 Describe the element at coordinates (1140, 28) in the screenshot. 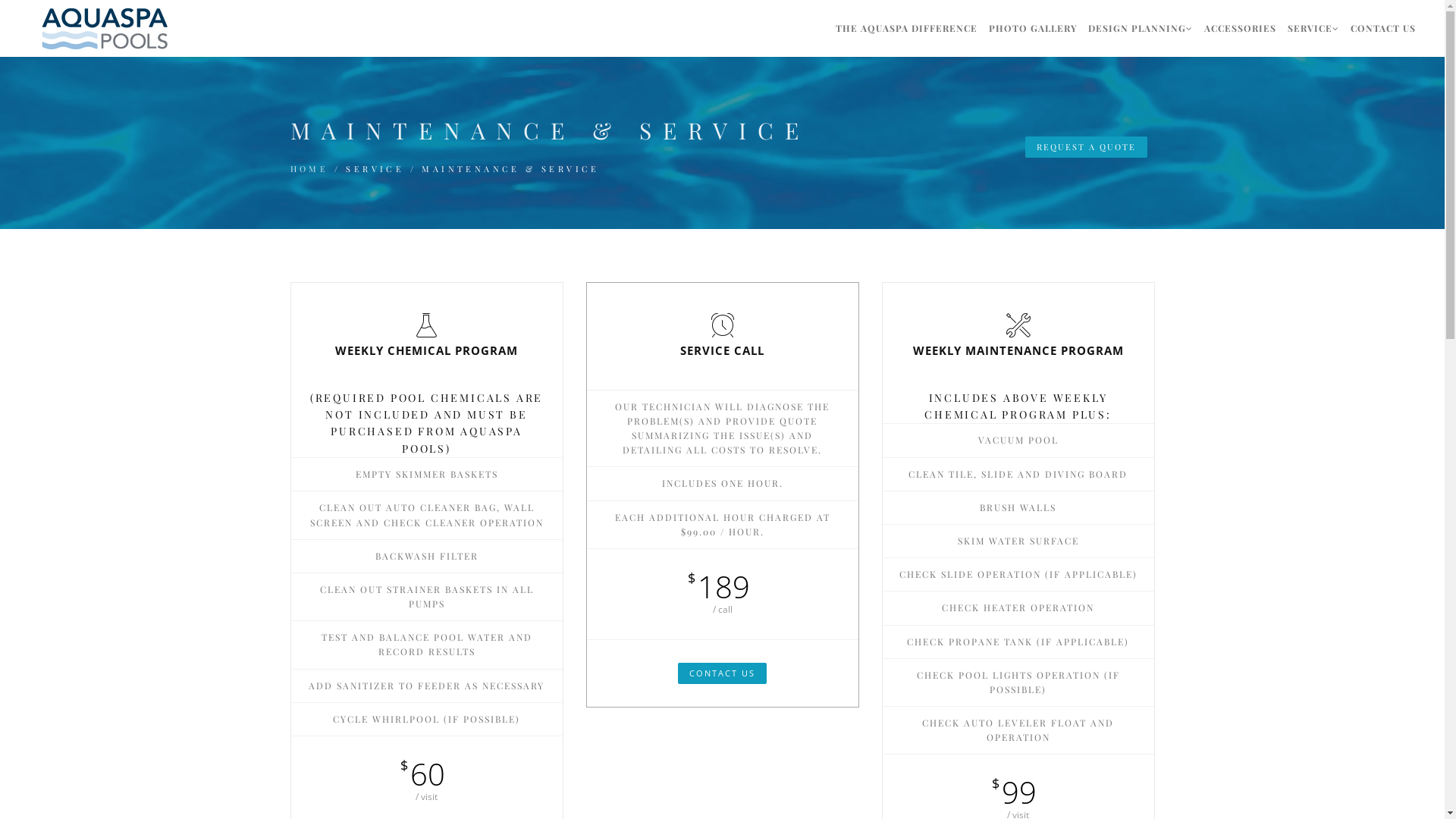

I see `'DESIGN PLANNING'` at that location.